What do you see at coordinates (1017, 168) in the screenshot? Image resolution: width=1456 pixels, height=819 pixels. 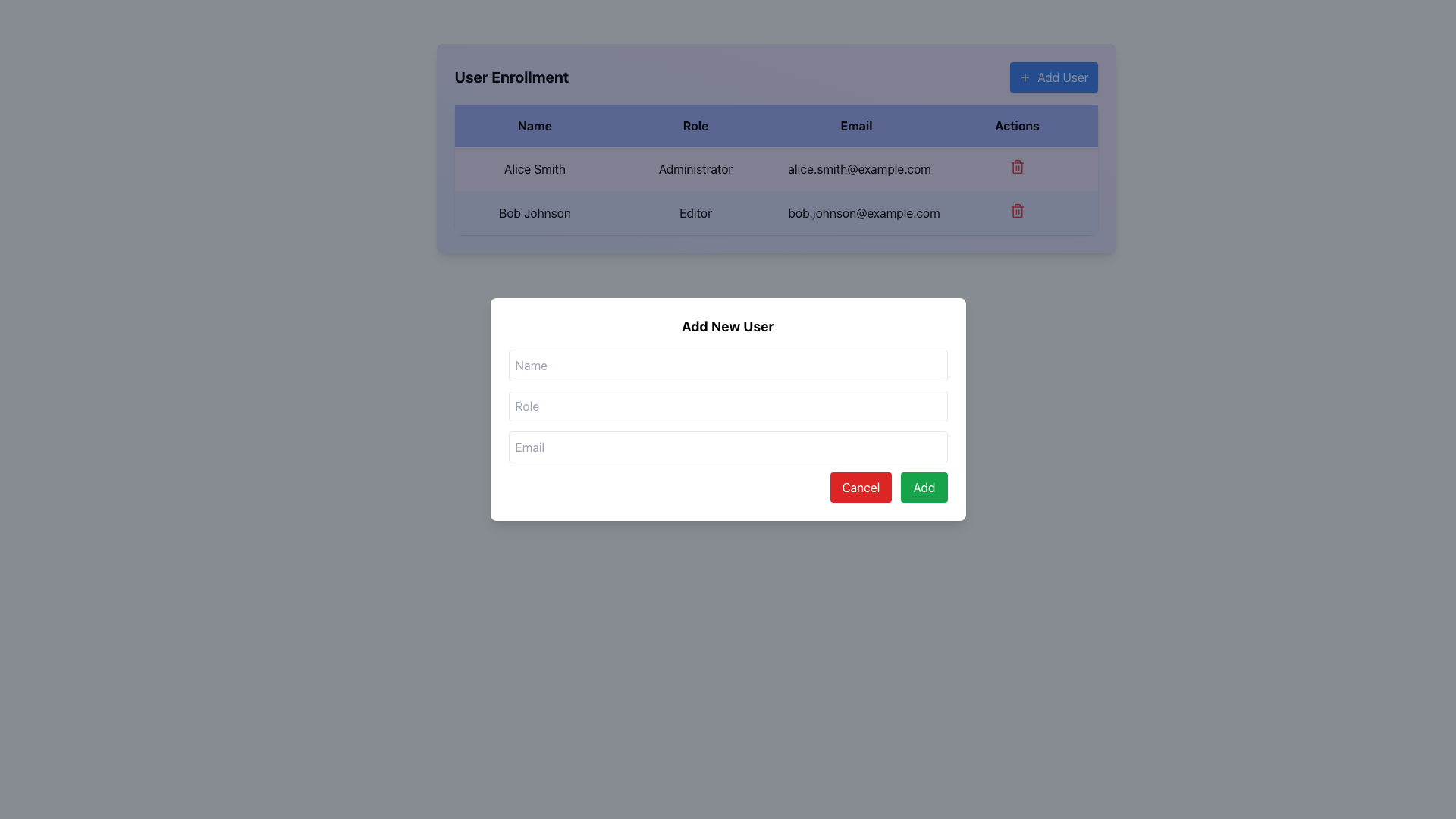 I see `the trash bin icon located in the 'Actions' column of the second row in the user table for keyboard navigation` at bounding box center [1017, 168].